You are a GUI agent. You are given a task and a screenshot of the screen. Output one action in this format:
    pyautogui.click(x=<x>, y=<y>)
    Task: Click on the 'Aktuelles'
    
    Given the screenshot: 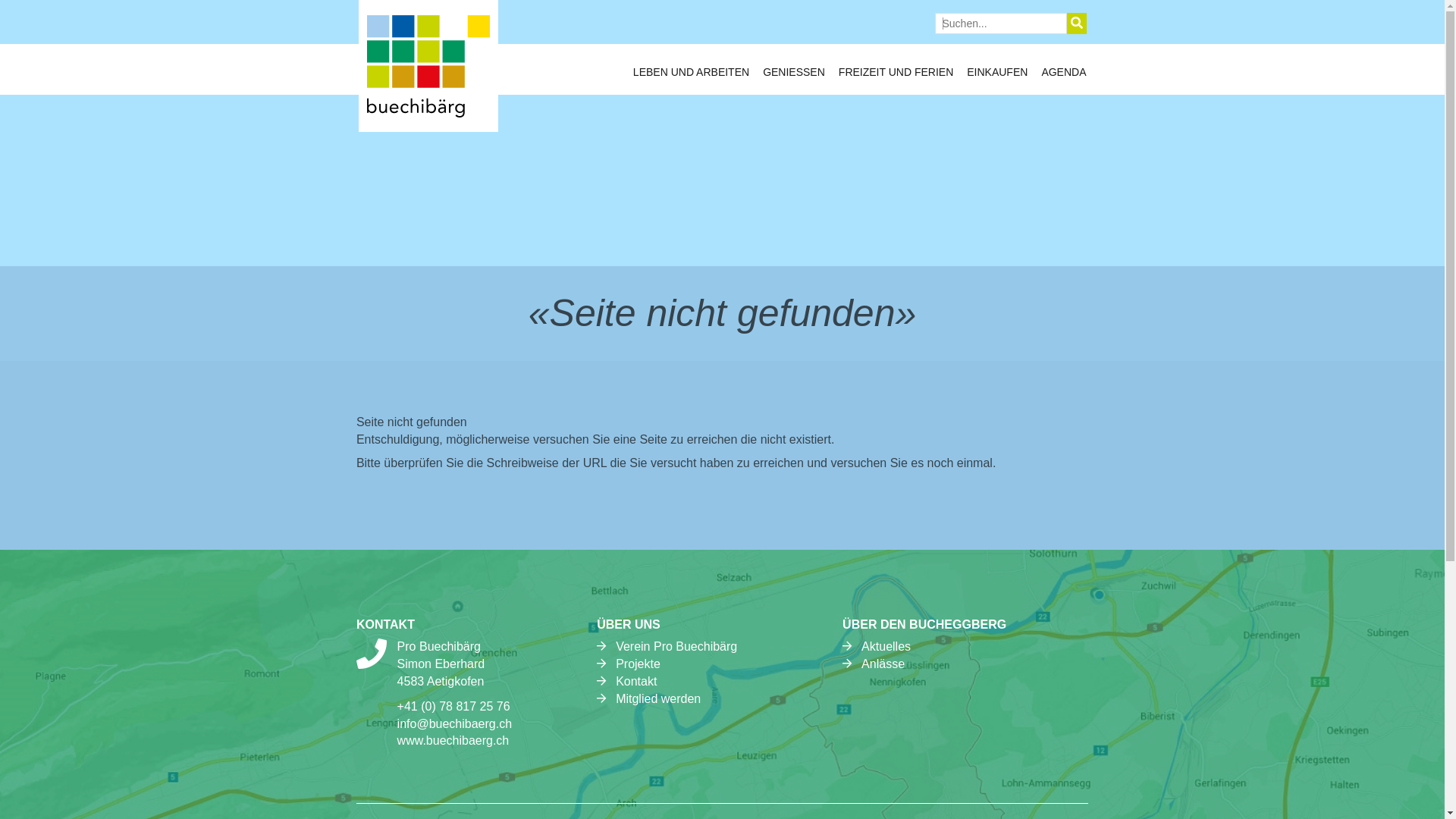 What is the action you would take?
    pyautogui.click(x=861, y=646)
    